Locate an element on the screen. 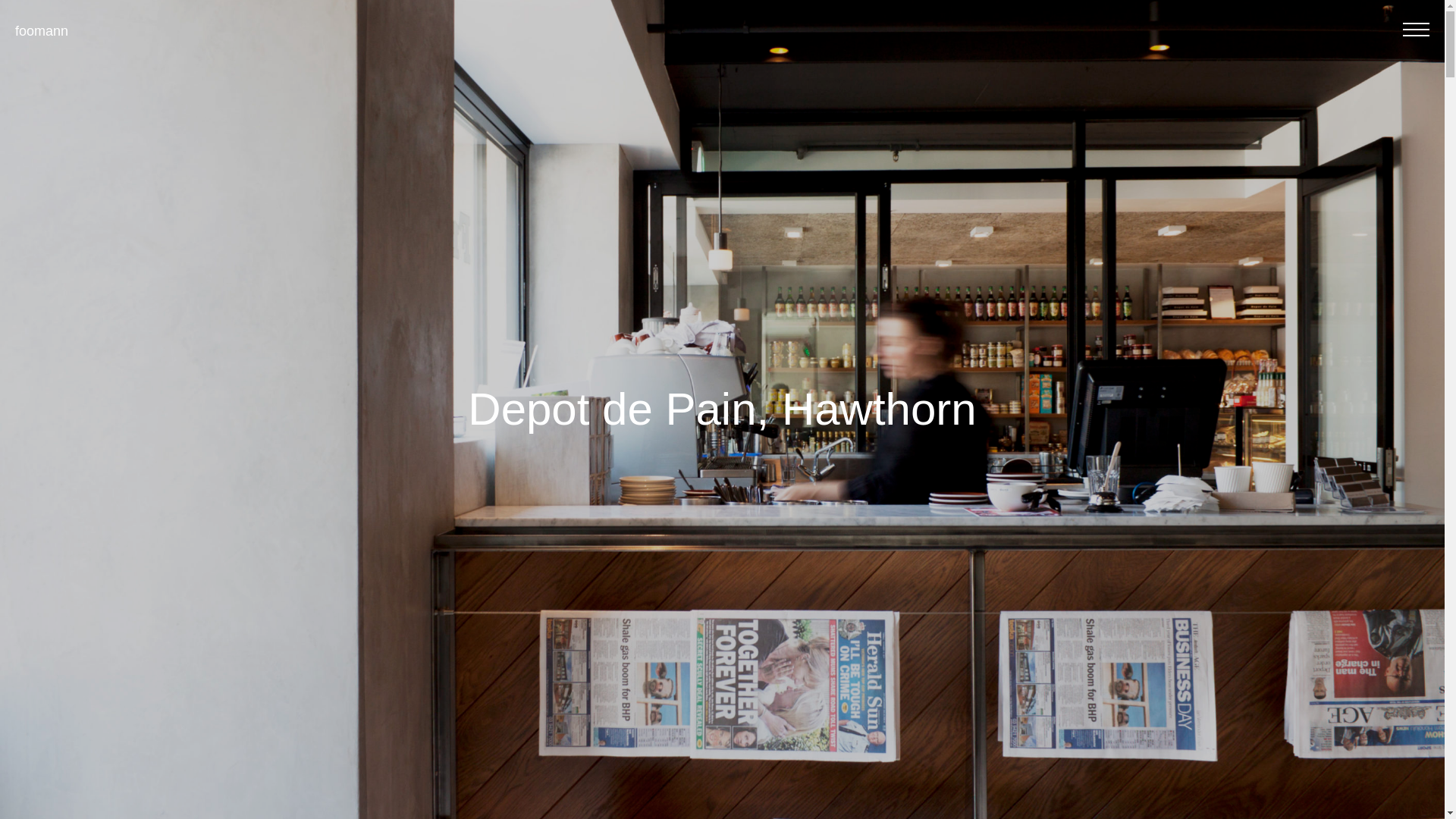 The width and height of the screenshot is (1456, 819). 'foomann' is located at coordinates (41, 31).